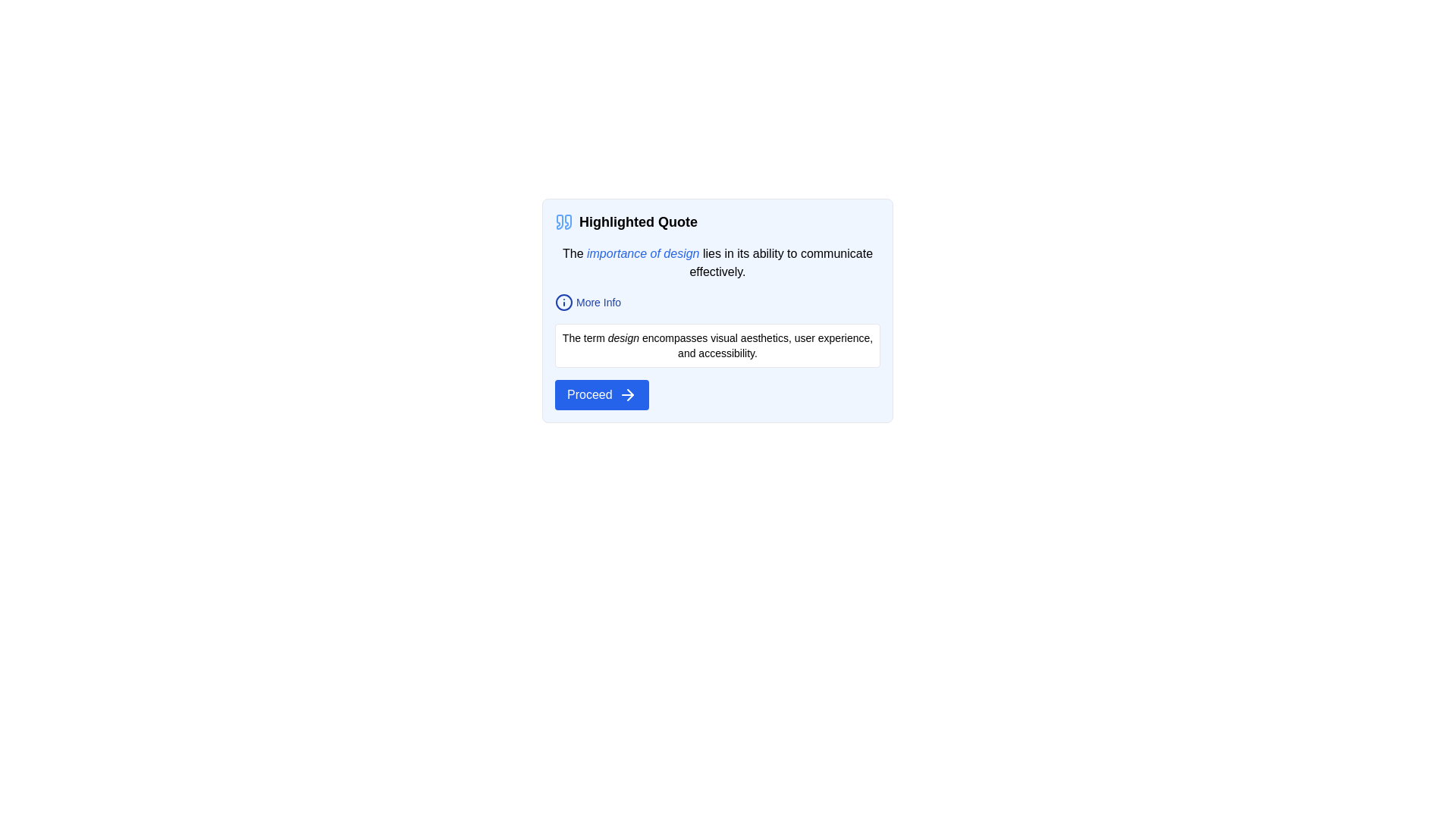  I want to click on the arrowhead icon located at the bottom right of the 'Proceed' modal, so click(630, 394).